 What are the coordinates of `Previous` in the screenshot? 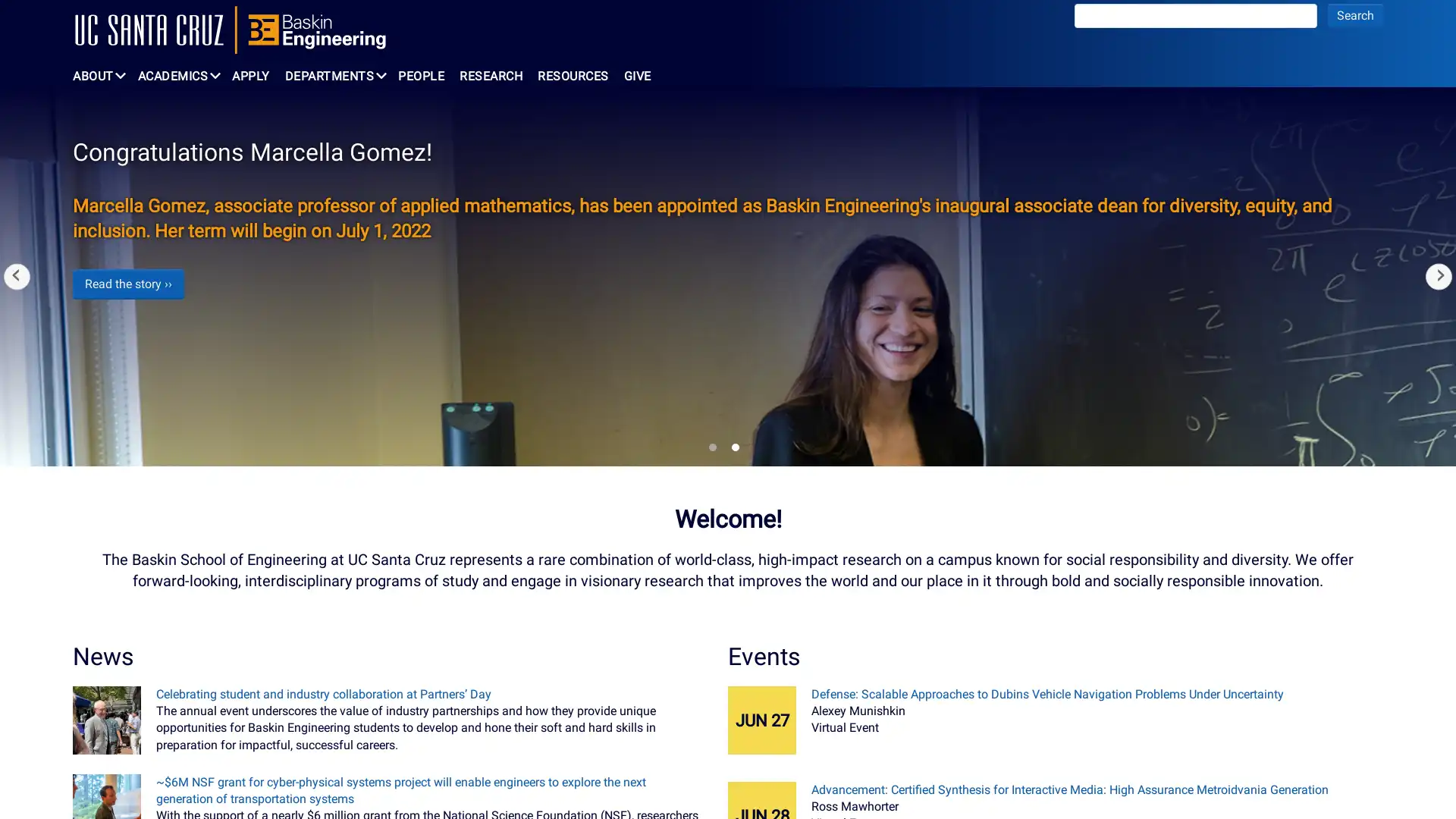 It's located at (17, 276).